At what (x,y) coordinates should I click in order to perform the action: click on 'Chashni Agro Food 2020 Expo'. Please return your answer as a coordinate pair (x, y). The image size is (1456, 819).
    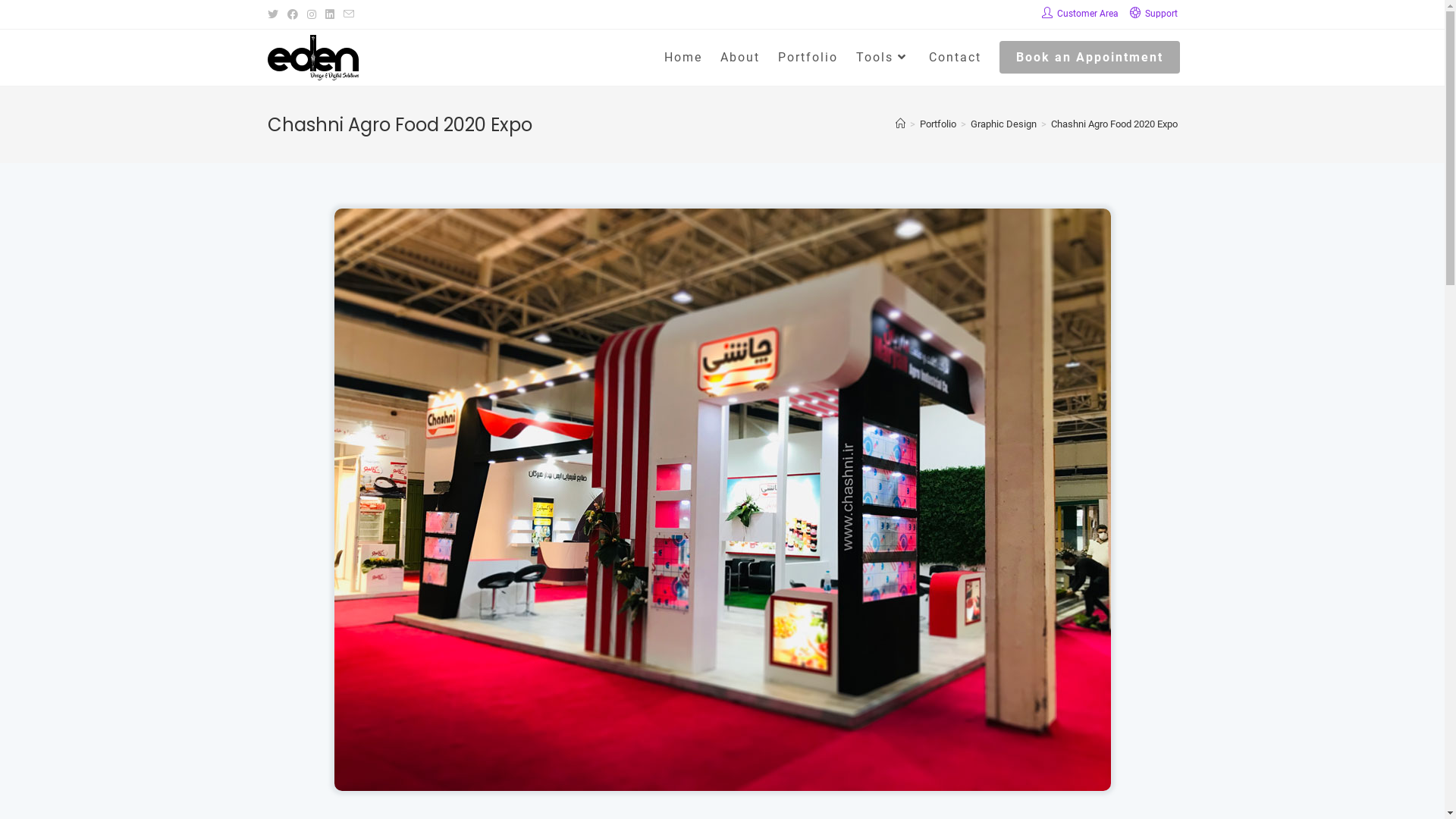
    Looking at the image, I should click on (1114, 123).